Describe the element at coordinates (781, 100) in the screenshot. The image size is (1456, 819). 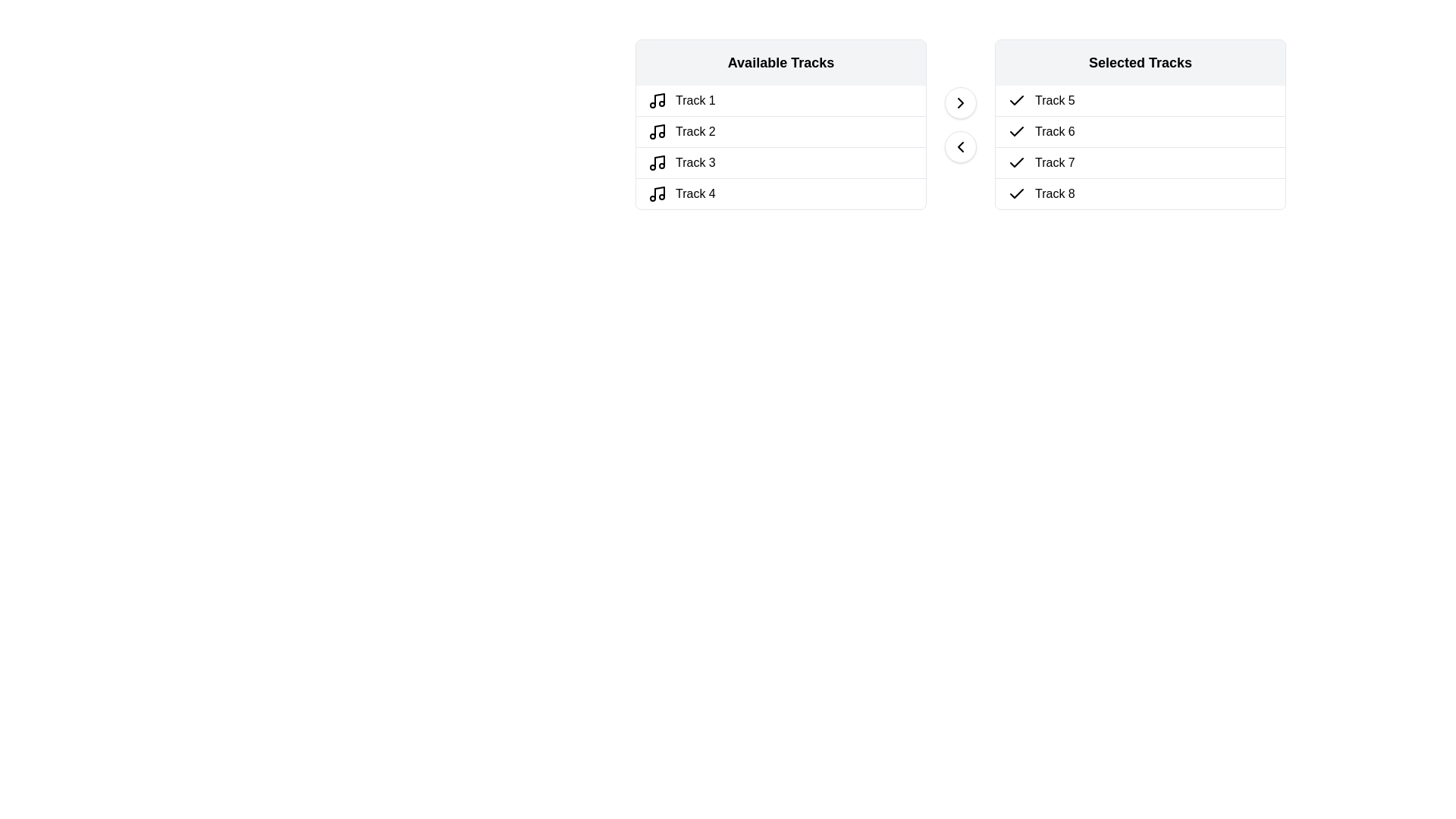
I see `the first row in the 'Available Tracks' list` at that location.